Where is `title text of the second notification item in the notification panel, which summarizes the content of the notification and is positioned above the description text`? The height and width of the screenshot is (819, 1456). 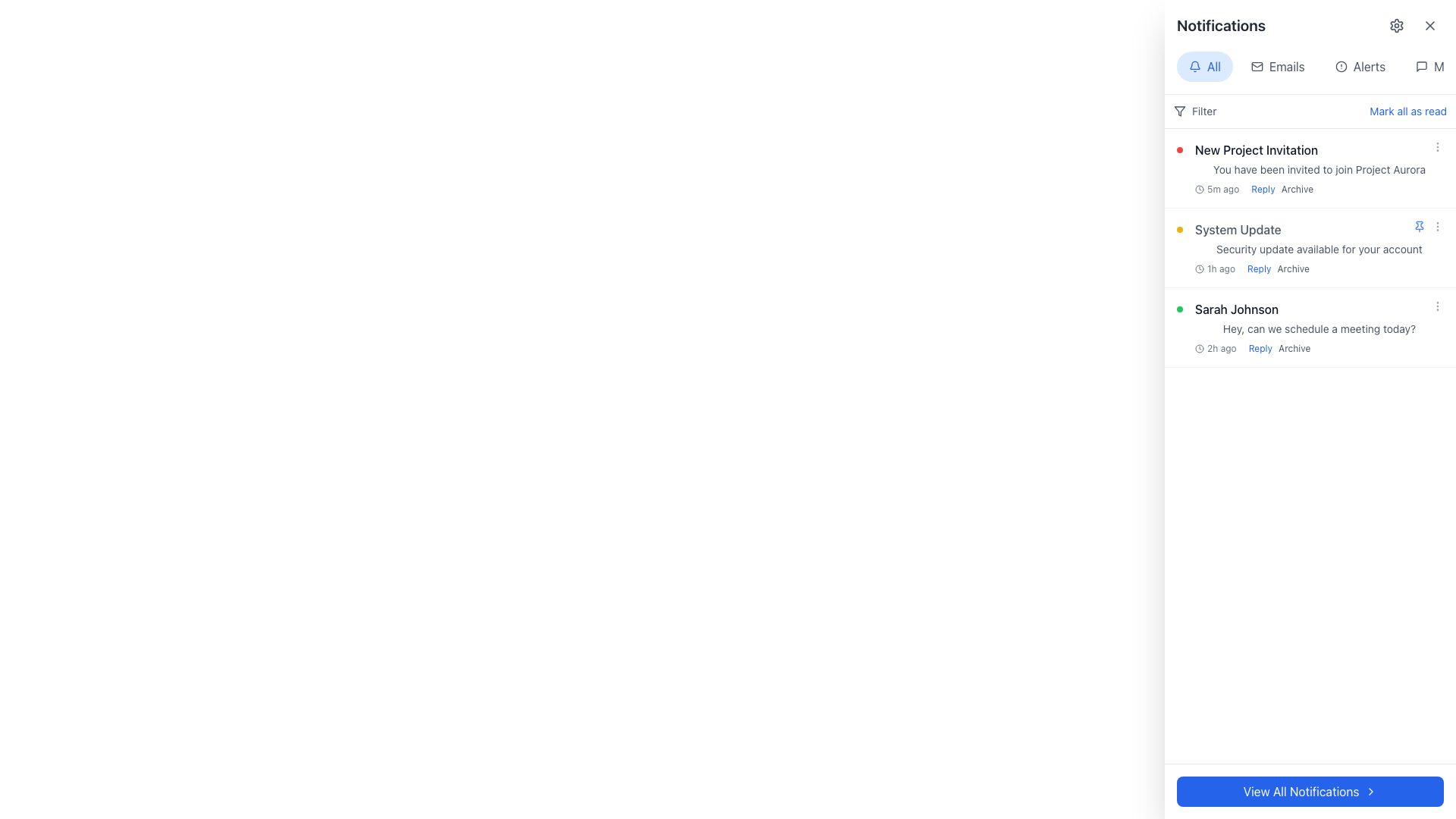 title text of the second notification item in the notification panel, which summarizes the content of the notification and is positioned above the description text is located at coordinates (1238, 230).